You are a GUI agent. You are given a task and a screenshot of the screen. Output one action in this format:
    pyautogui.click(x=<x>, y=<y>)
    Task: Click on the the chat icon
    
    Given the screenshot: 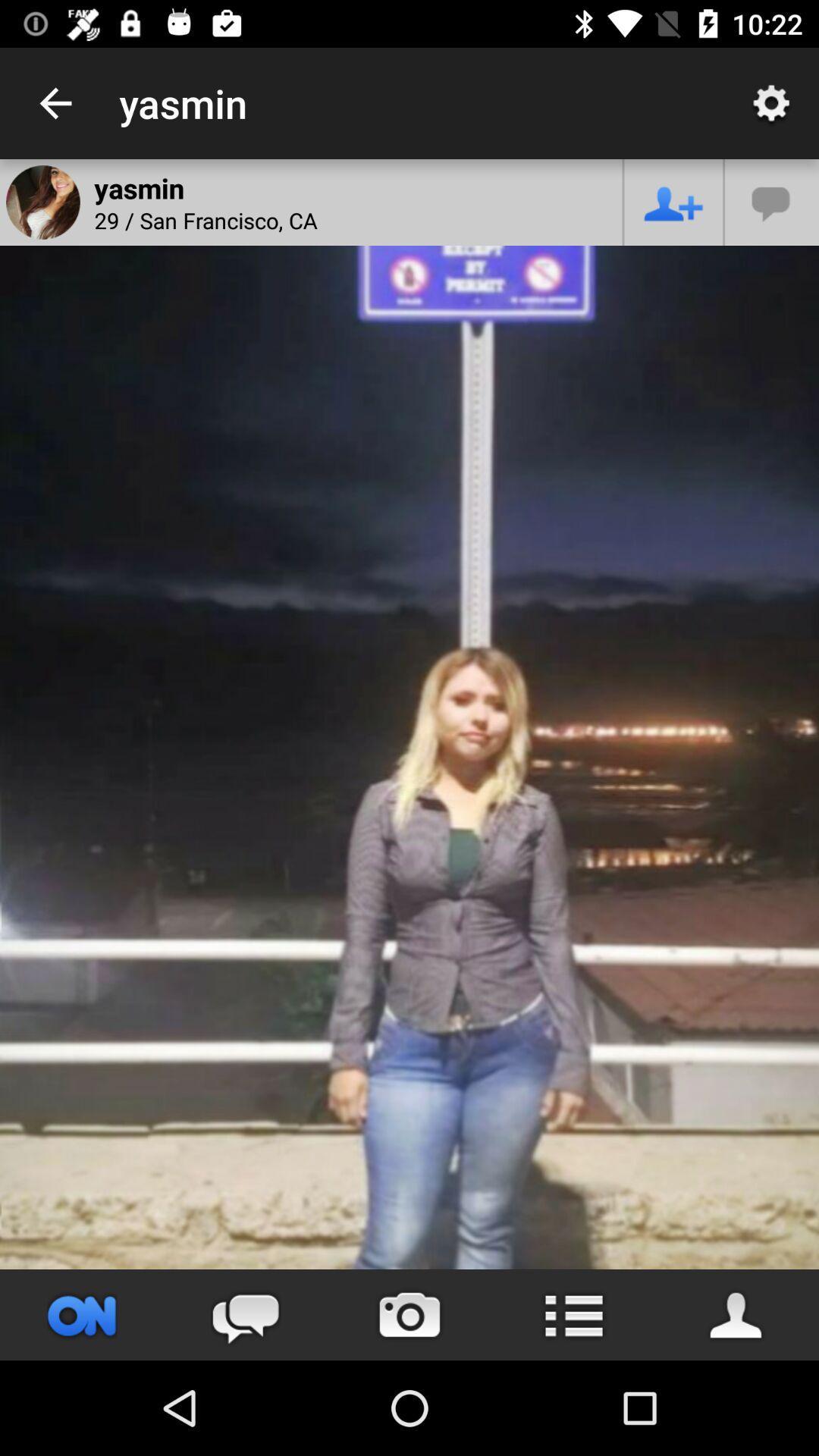 What is the action you would take?
    pyautogui.click(x=772, y=201)
    